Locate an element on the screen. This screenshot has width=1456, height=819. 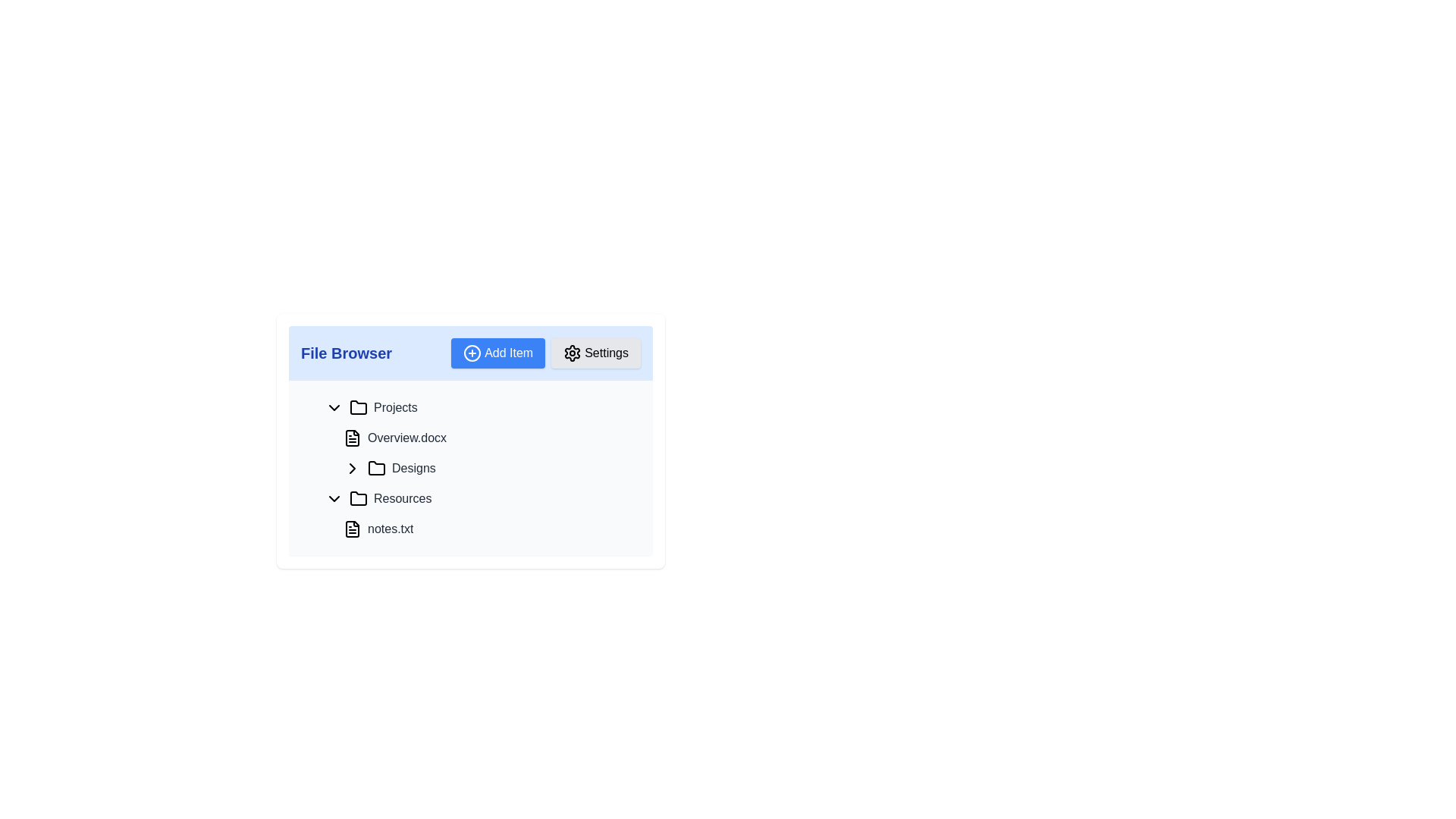
the button located at the top-right section of the interface under the 'File Browser' label, which is the first button from the left next to the 'Settings' button is located at coordinates (498, 353).